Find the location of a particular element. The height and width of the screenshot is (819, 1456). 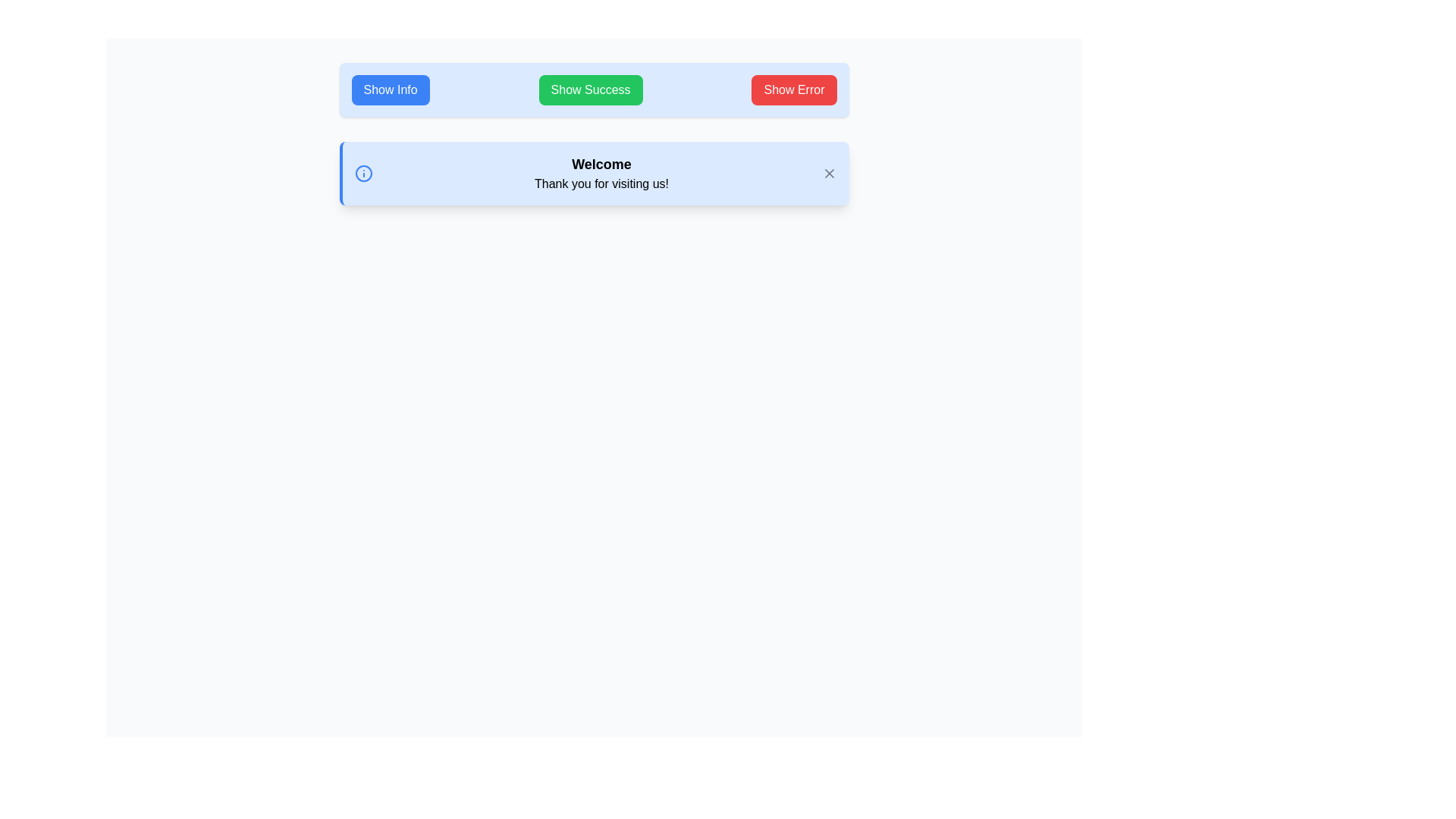

the close icon located in the top right corner of the notification box with the title 'Welcome' is located at coordinates (828, 172).